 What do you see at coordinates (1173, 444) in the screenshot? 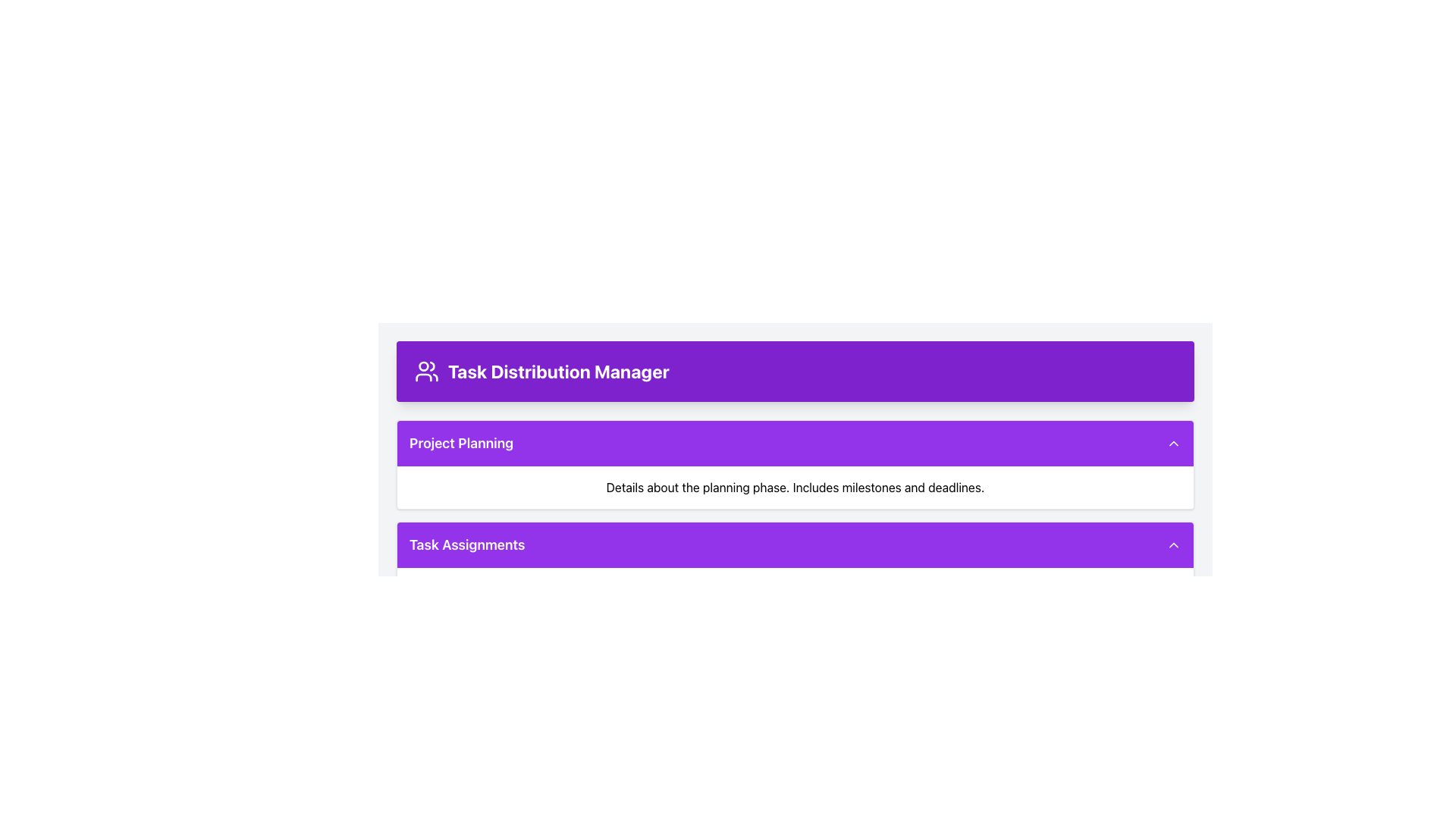
I see `the upward-pointing chevron icon located in the upper-right corner of the purple 'Project Planning' section` at bounding box center [1173, 444].